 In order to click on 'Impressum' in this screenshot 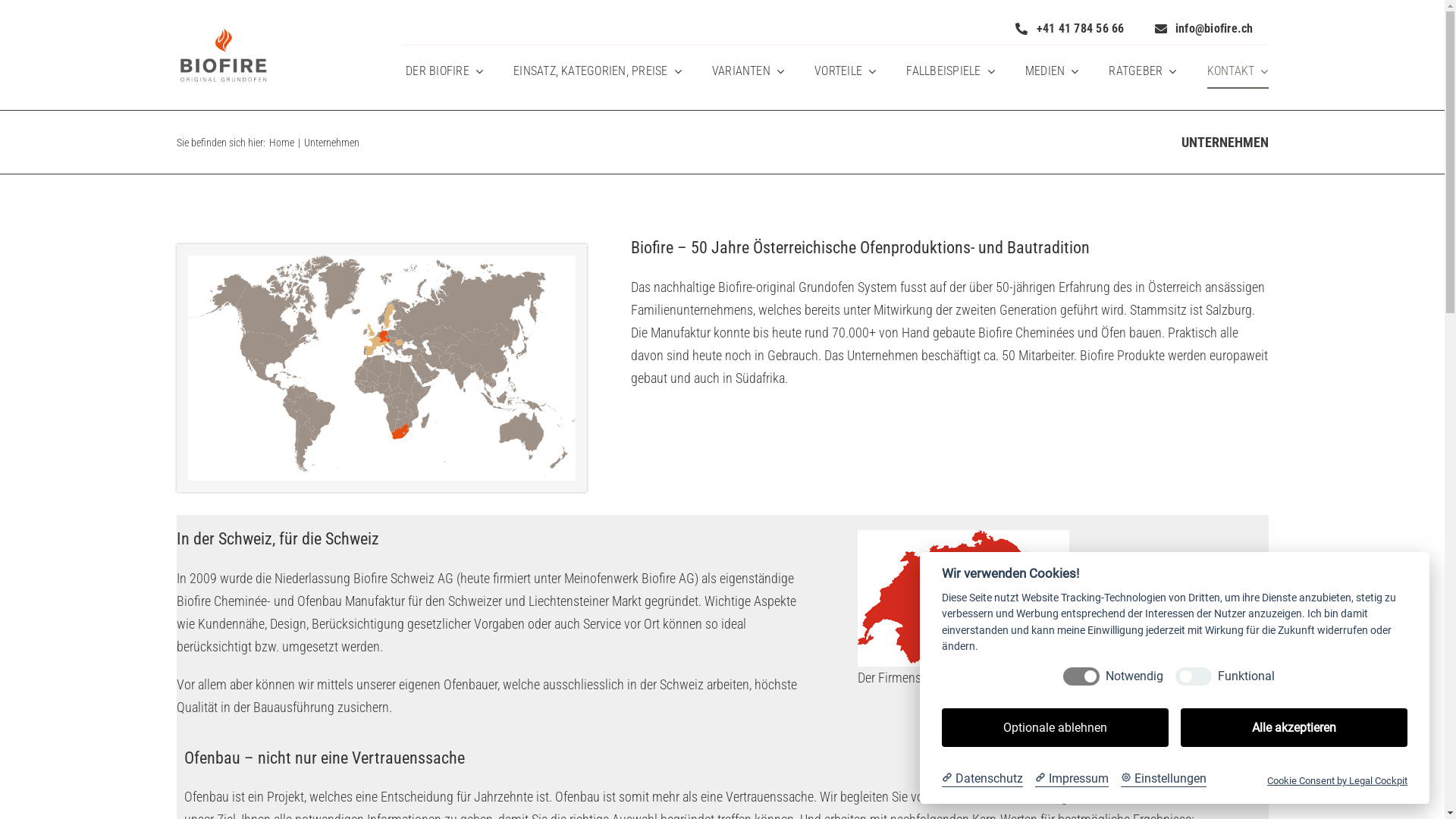, I will do `click(1071, 778)`.